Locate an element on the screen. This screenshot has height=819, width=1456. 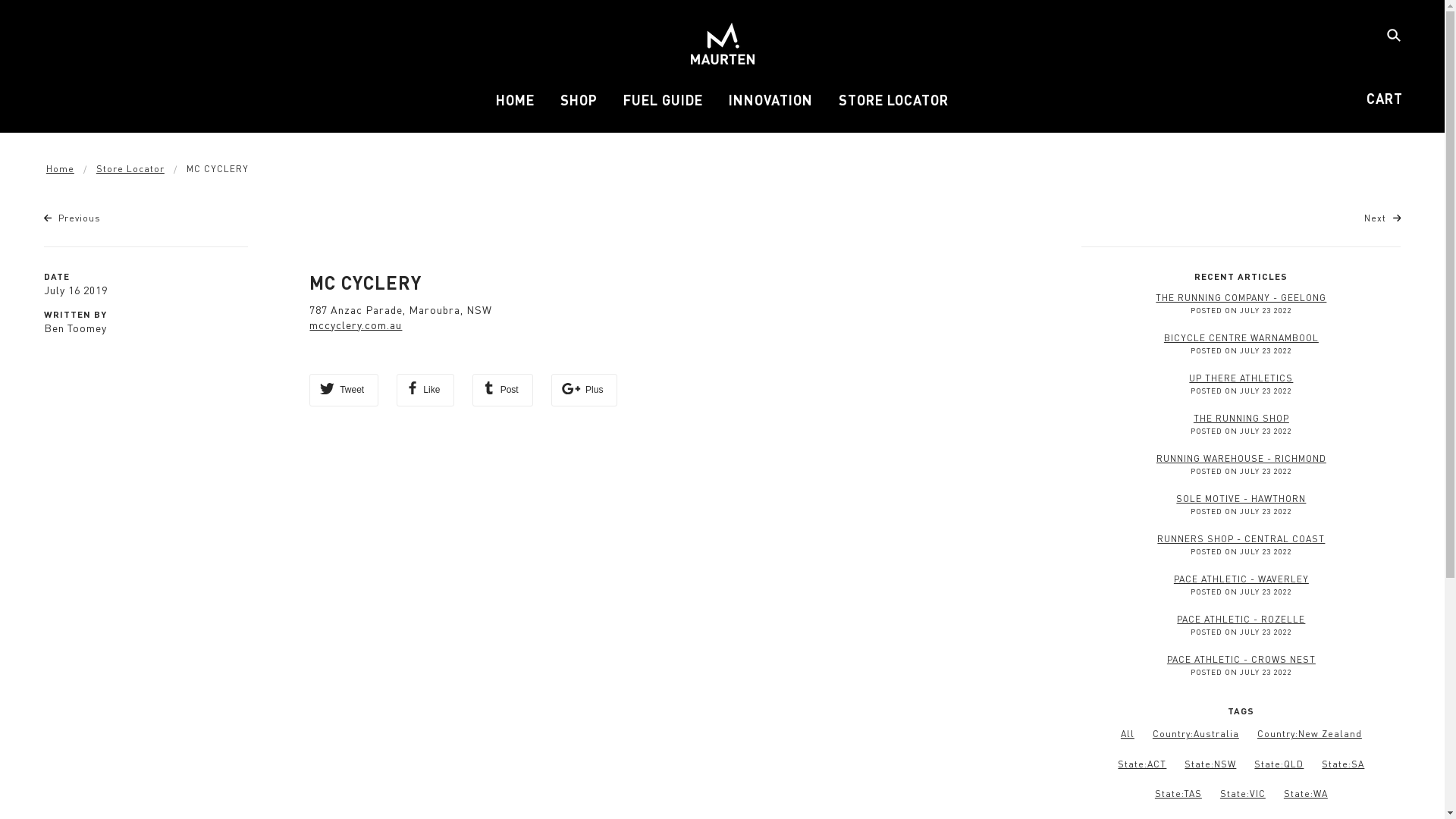
'RUNNING WAREHOUSE - RICHMOND' is located at coordinates (1241, 457).